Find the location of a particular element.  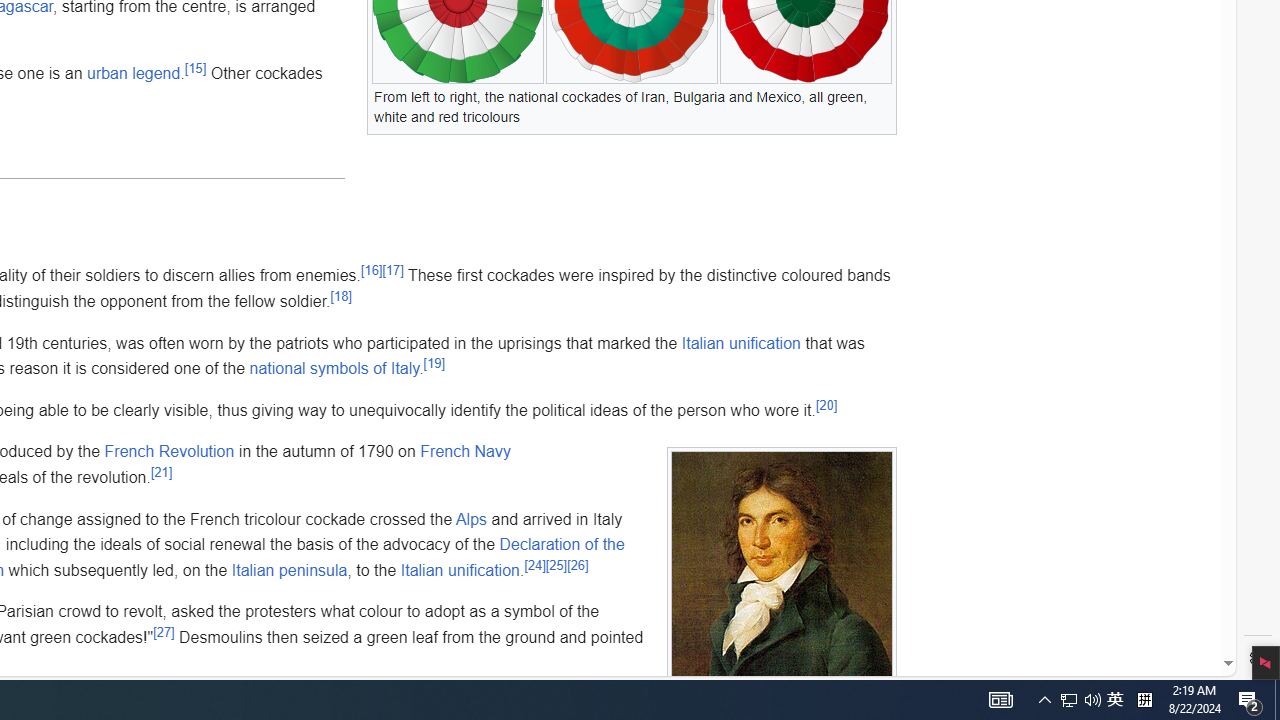

'[27]' is located at coordinates (164, 632).